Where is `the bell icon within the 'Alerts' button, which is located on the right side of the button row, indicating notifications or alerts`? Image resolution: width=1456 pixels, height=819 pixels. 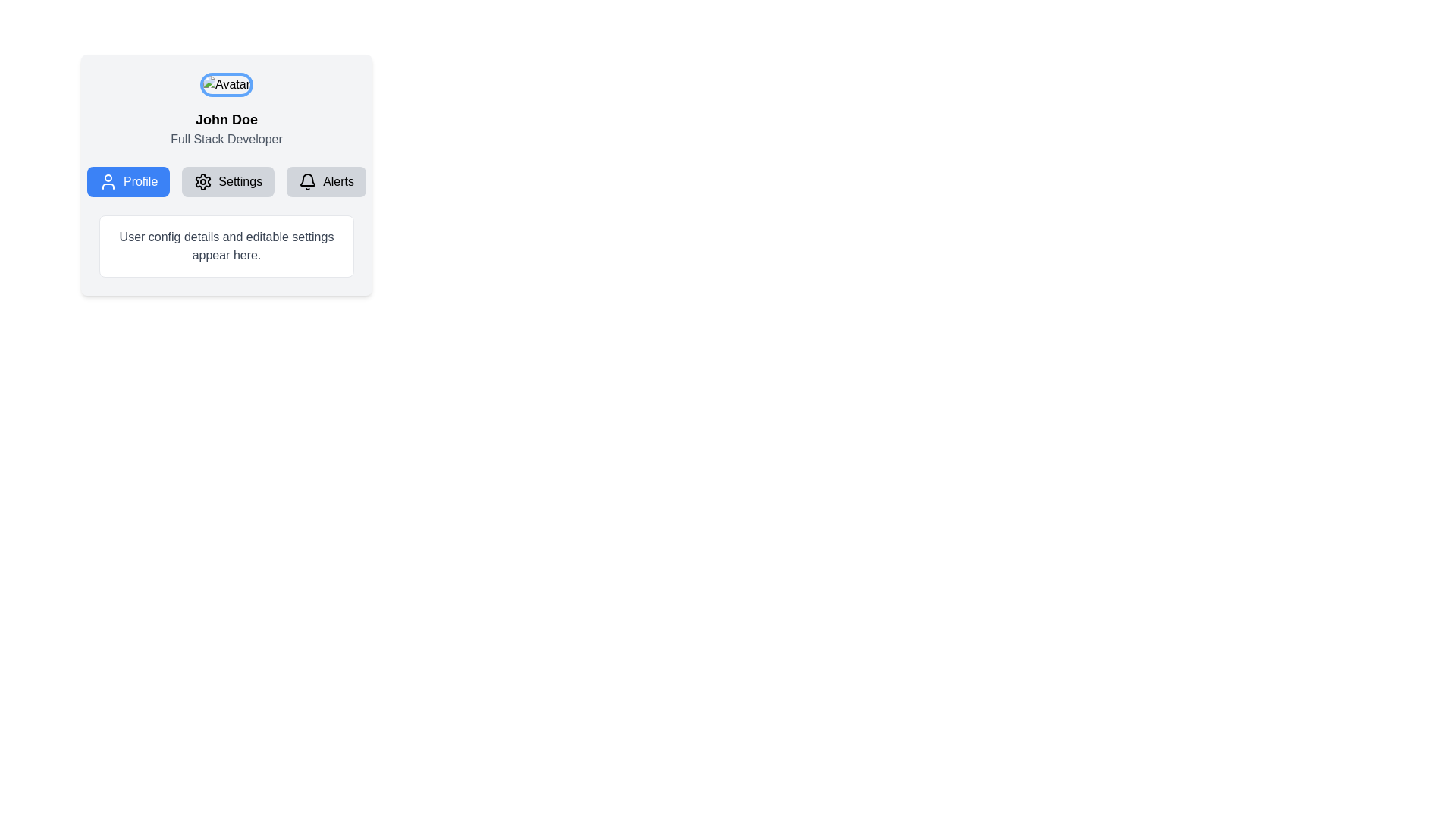 the bell icon within the 'Alerts' button, which is located on the right side of the button row, indicating notifications or alerts is located at coordinates (307, 180).